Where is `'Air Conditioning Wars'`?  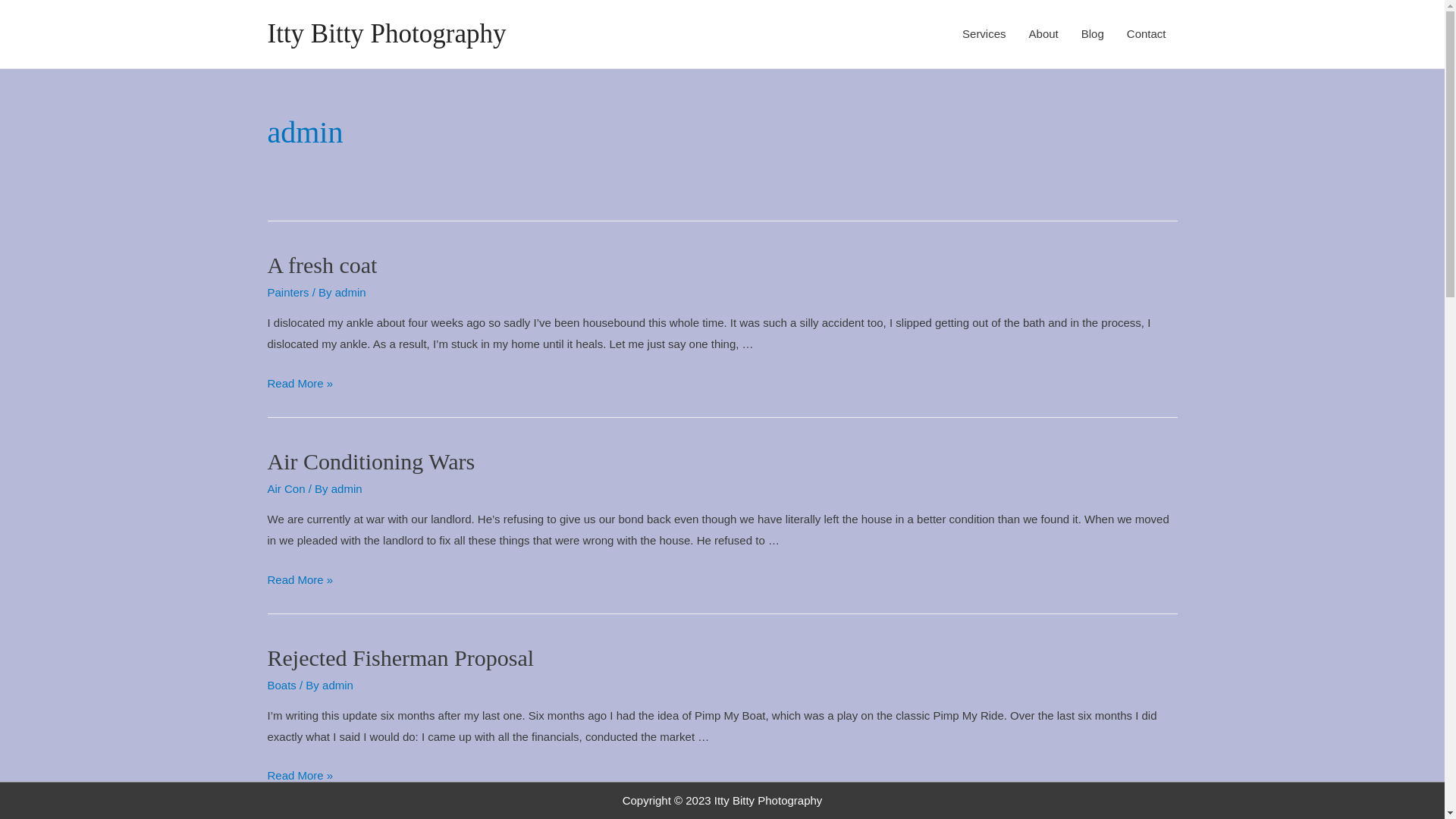
'Air Conditioning Wars' is located at coordinates (371, 460).